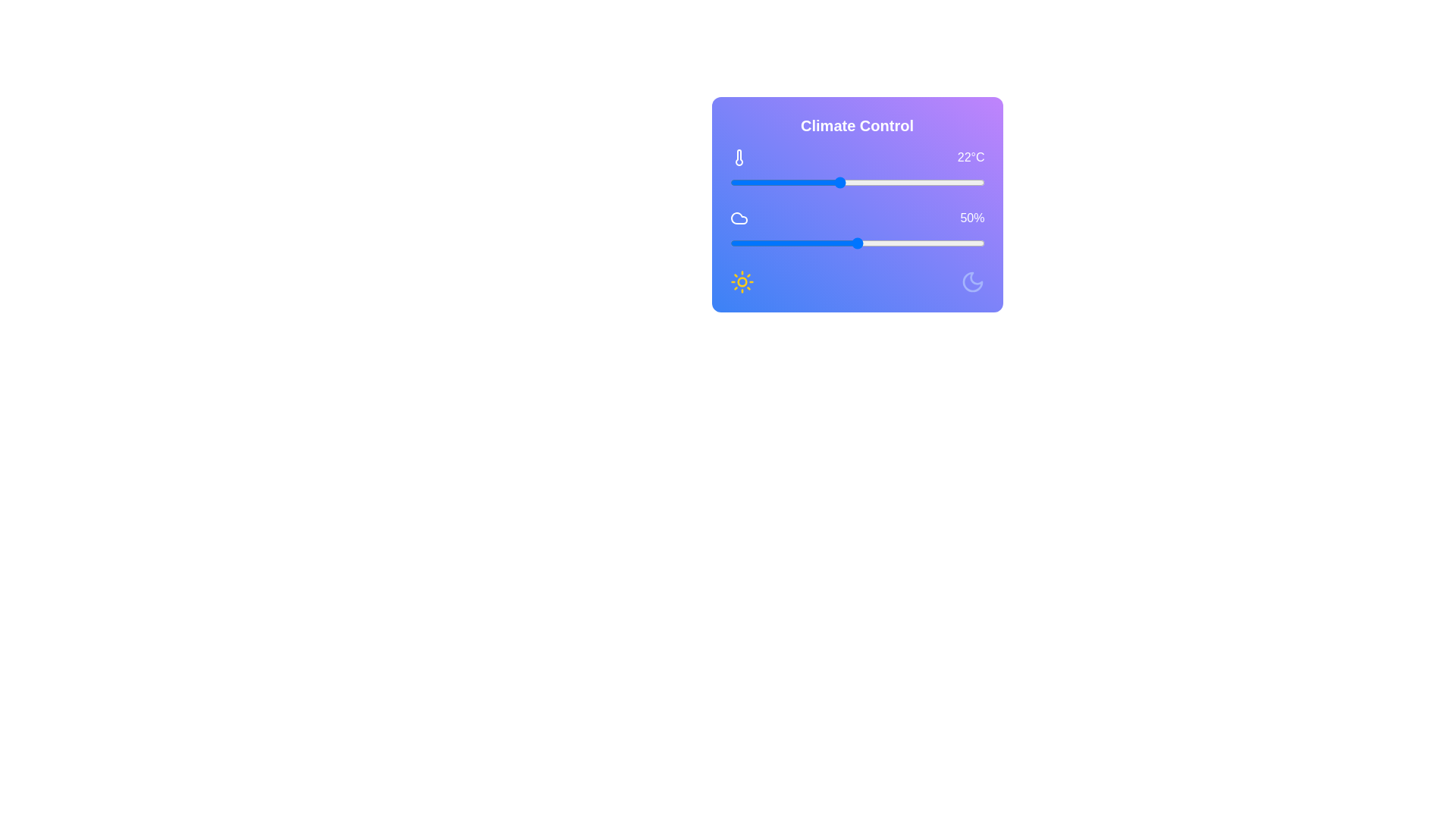 The height and width of the screenshot is (819, 1456). I want to click on the slider, so click(966, 218).